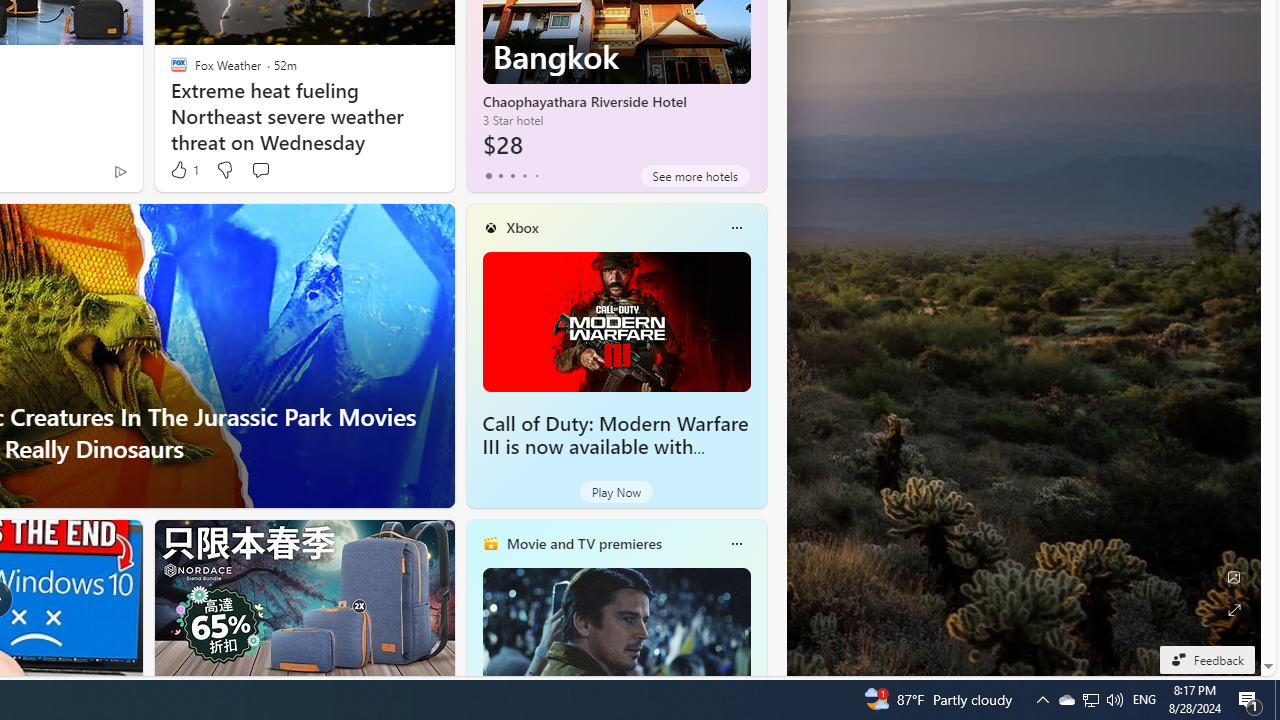 This screenshot has height=720, width=1280. What do you see at coordinates (512, 175) in the screenshot?
I see `'tab-2'` at bounding box center [512, 175].